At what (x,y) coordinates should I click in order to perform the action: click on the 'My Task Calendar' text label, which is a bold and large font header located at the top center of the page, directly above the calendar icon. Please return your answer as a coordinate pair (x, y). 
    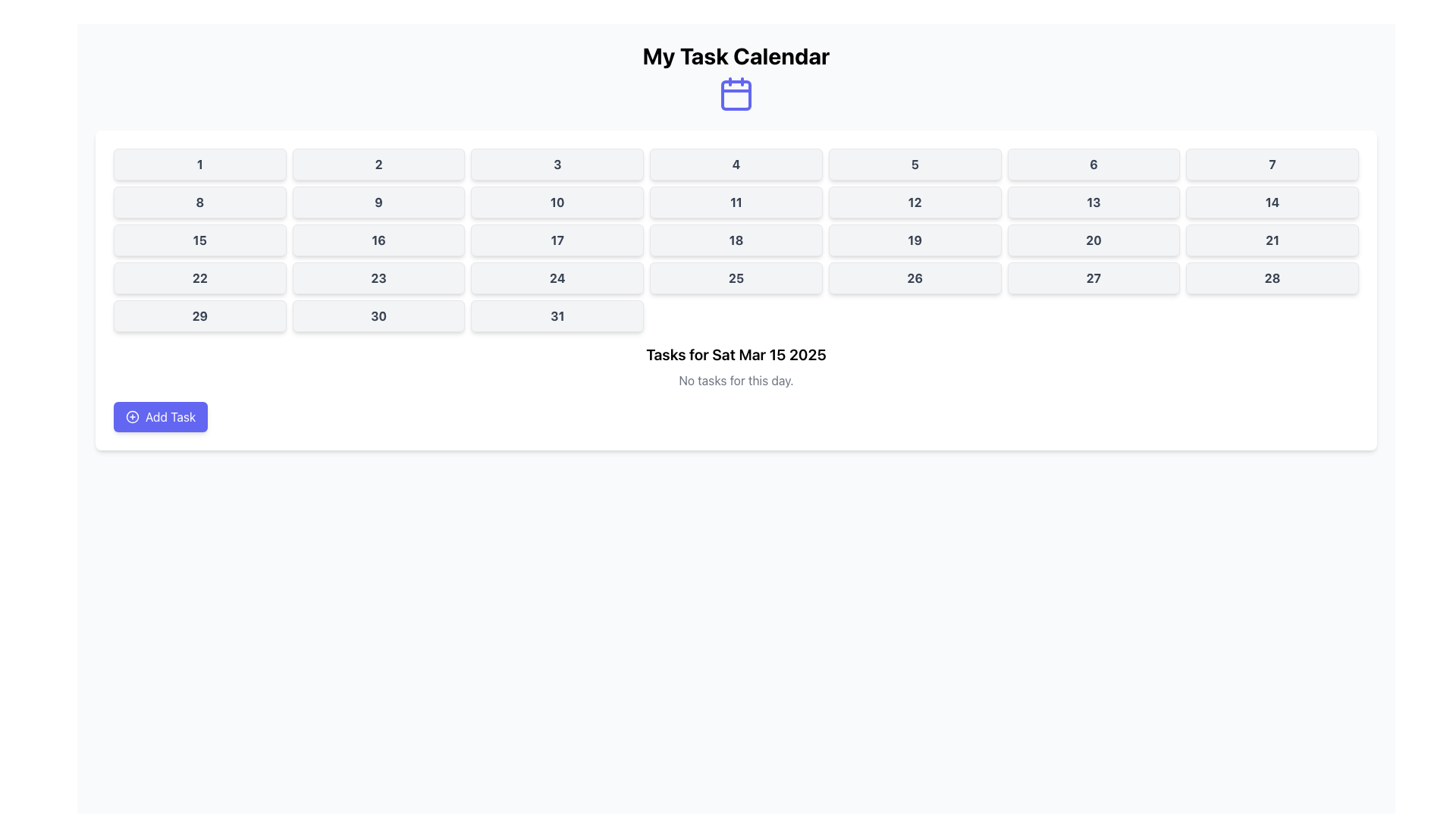
    Looking at the image, I should click on (736, 55).